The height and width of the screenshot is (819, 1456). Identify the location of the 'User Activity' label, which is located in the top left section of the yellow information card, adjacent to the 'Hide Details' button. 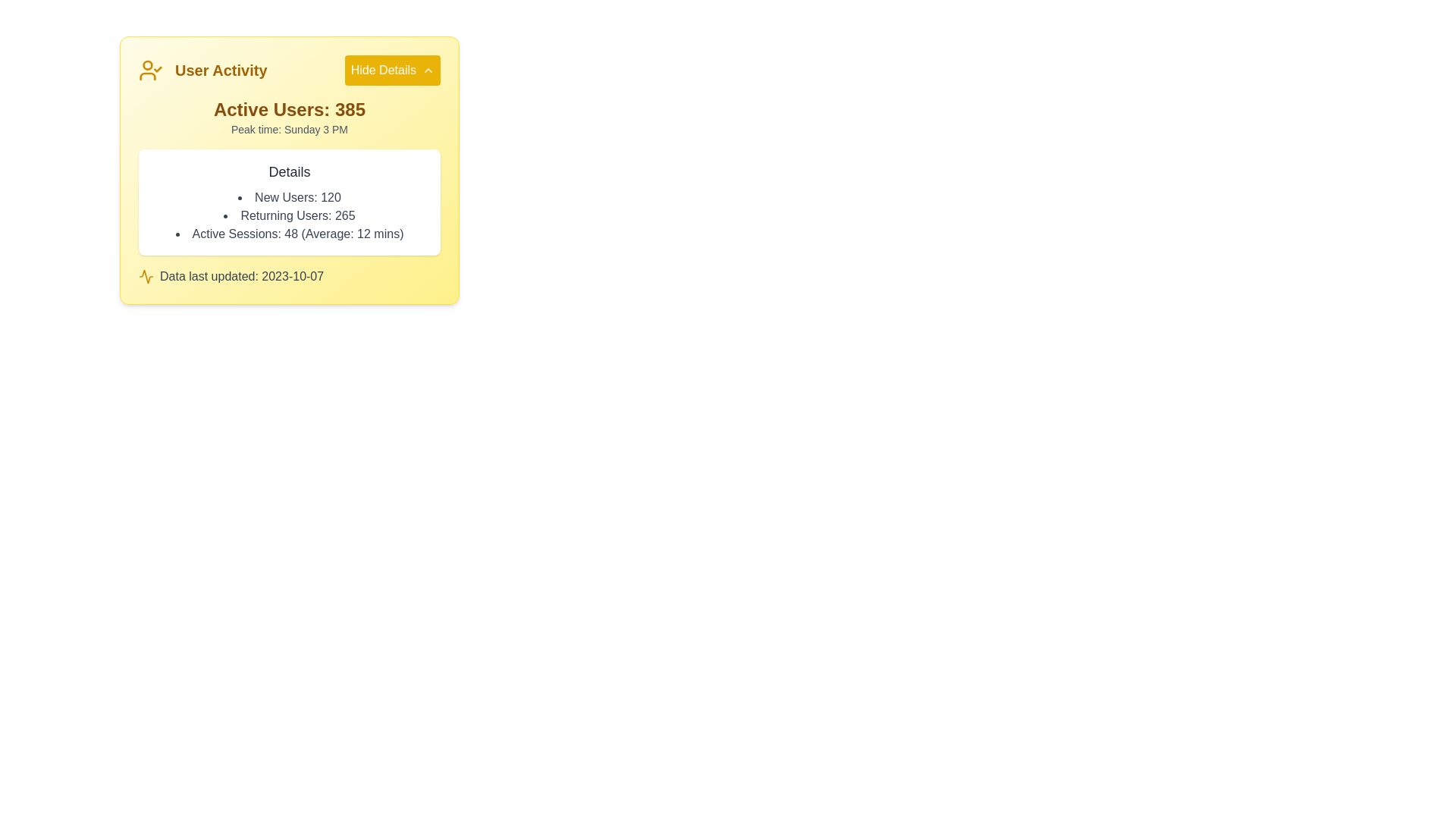
(202, 70).